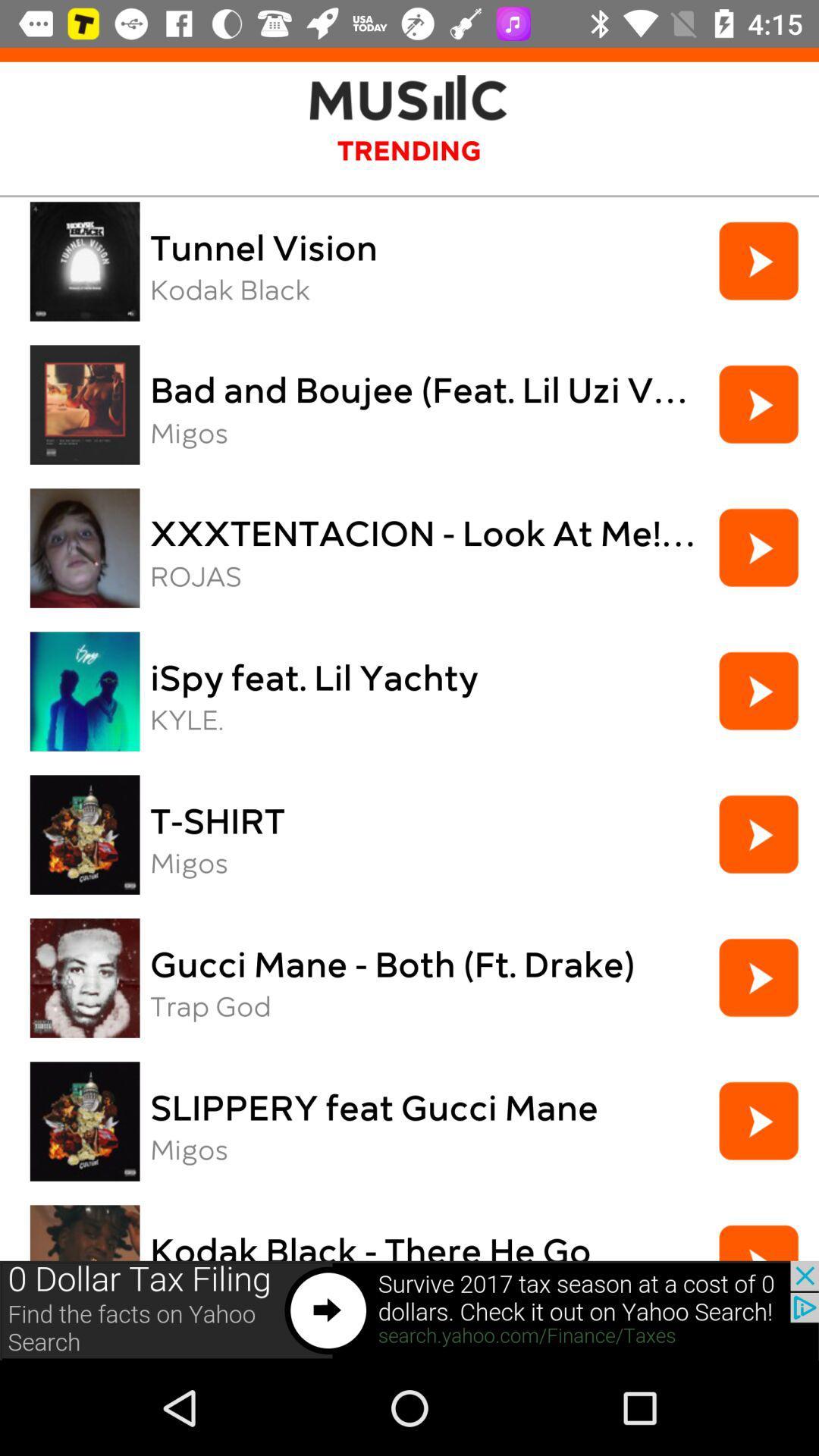  I want to click on advertisement at bottom, so click(409, 1310).